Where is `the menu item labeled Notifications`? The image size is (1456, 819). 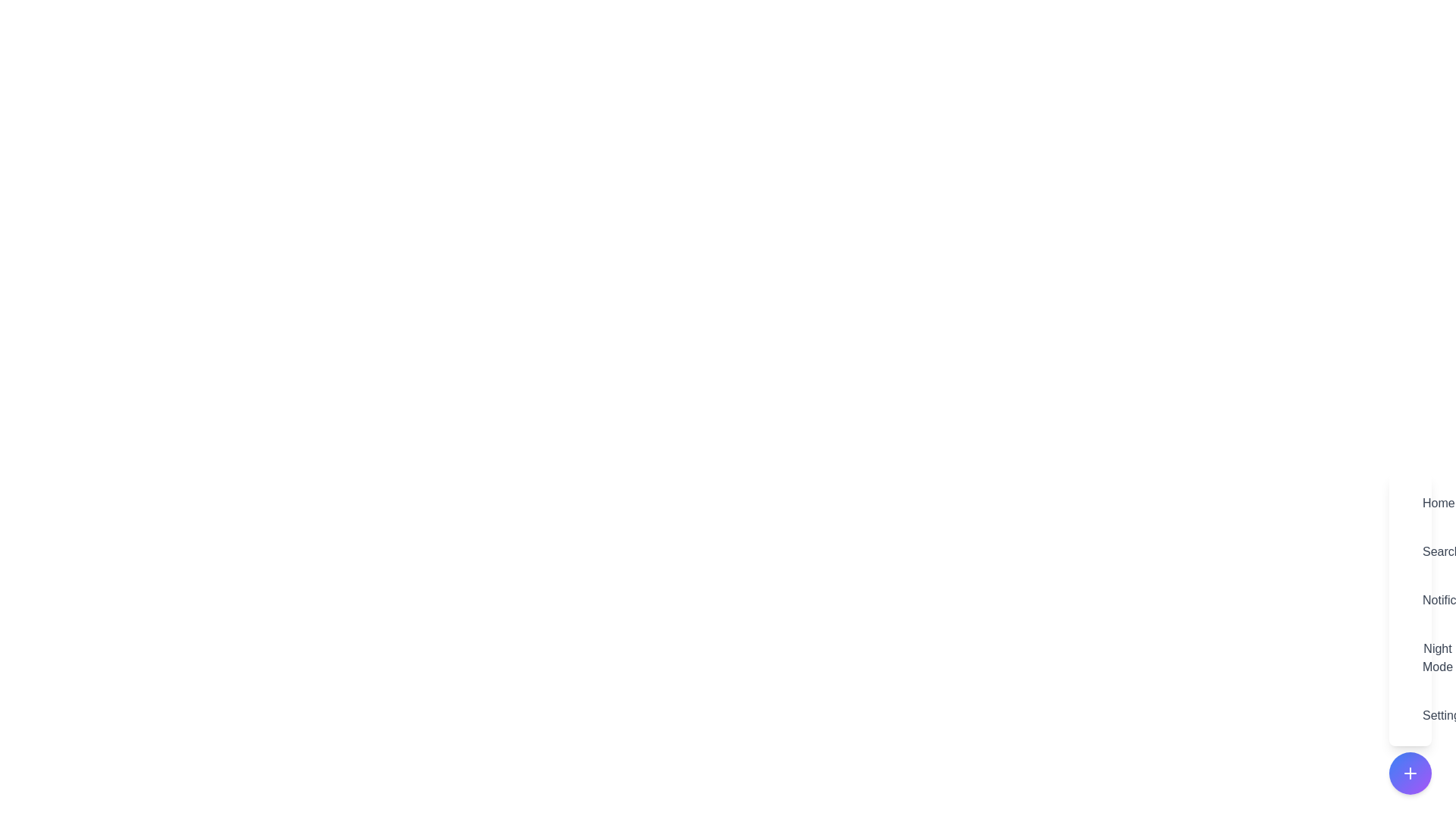 the menu item labeled Notifications is located at coordinates (1410, 599).